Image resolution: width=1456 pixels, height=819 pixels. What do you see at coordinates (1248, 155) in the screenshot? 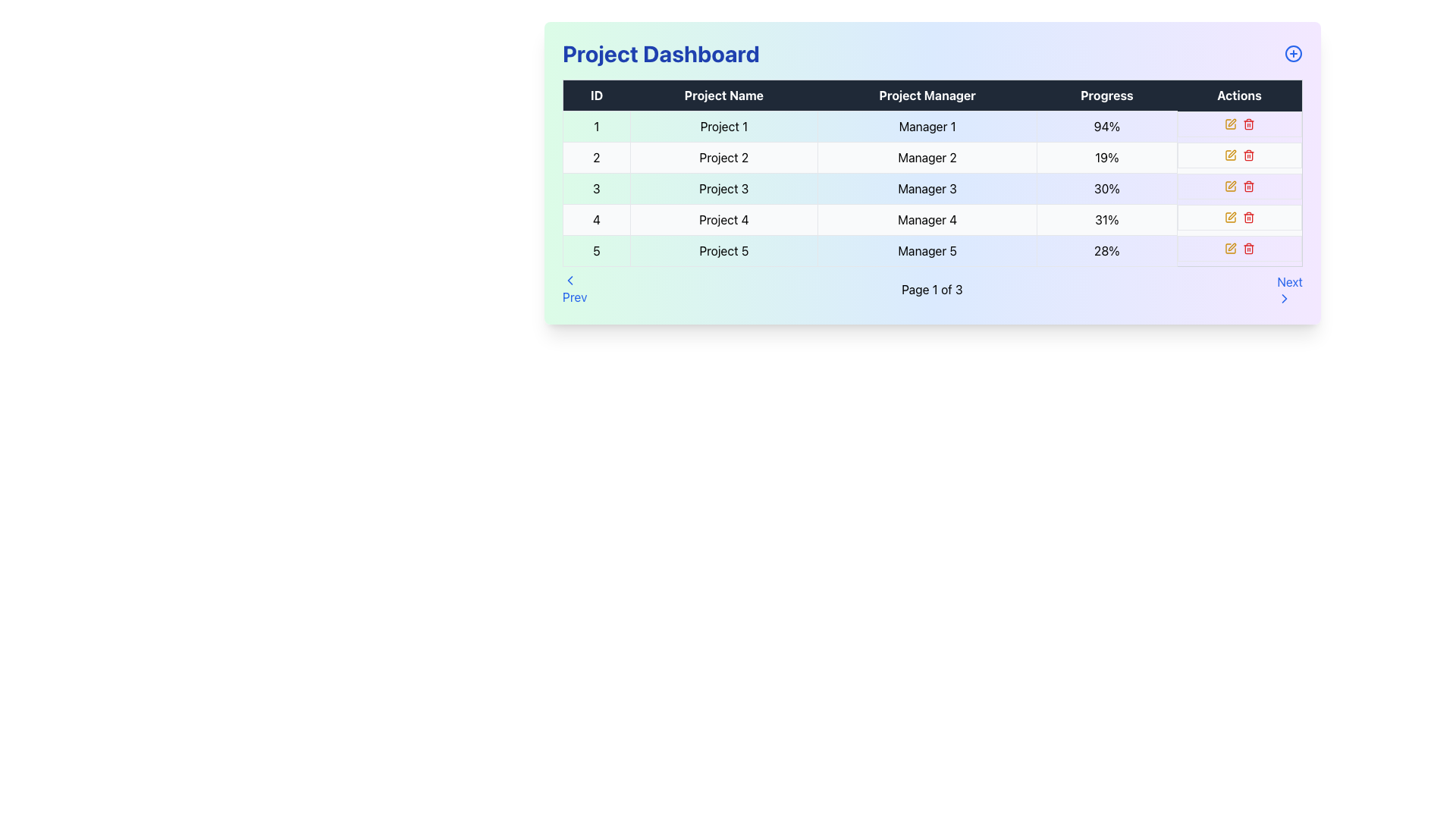
I see `the red trash can icon in the 'Actions' column of the second row in the dashboard table` at bounding box center [1248, 155].